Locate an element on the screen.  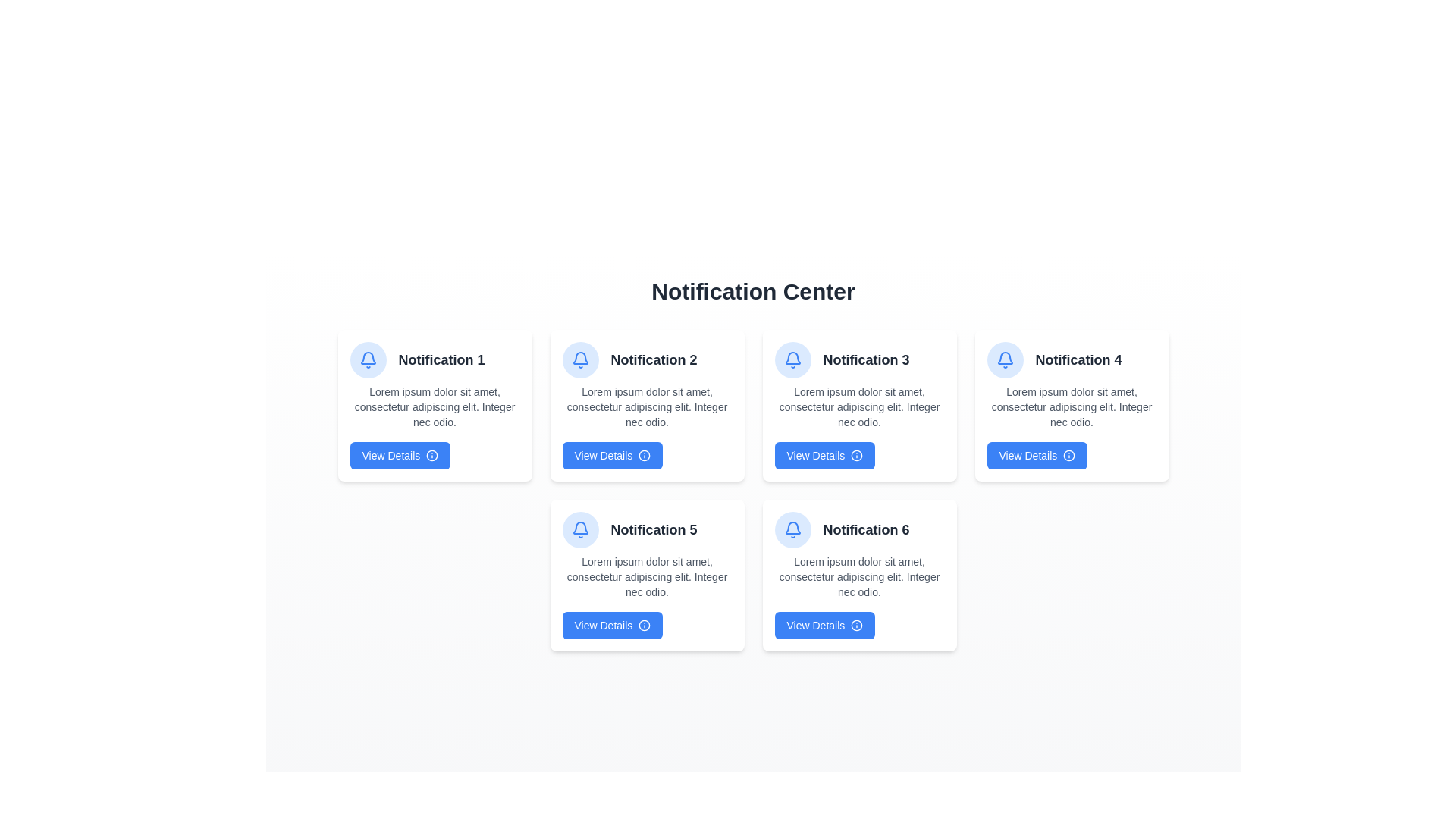
keyboard navigation is located at coordinates (612, 455).